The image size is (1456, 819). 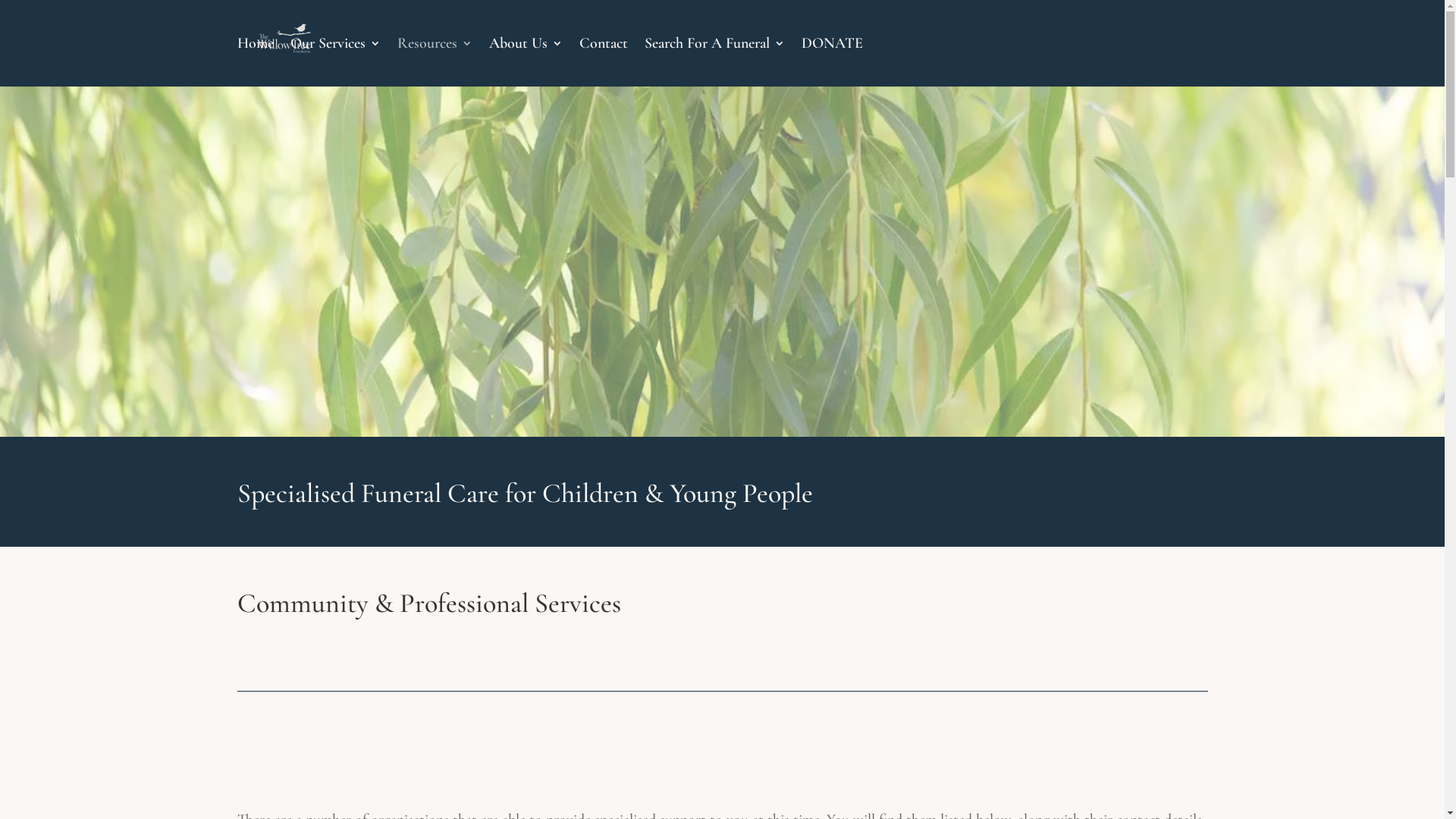 I want to click on 'Home', so click(x=255, y=61).